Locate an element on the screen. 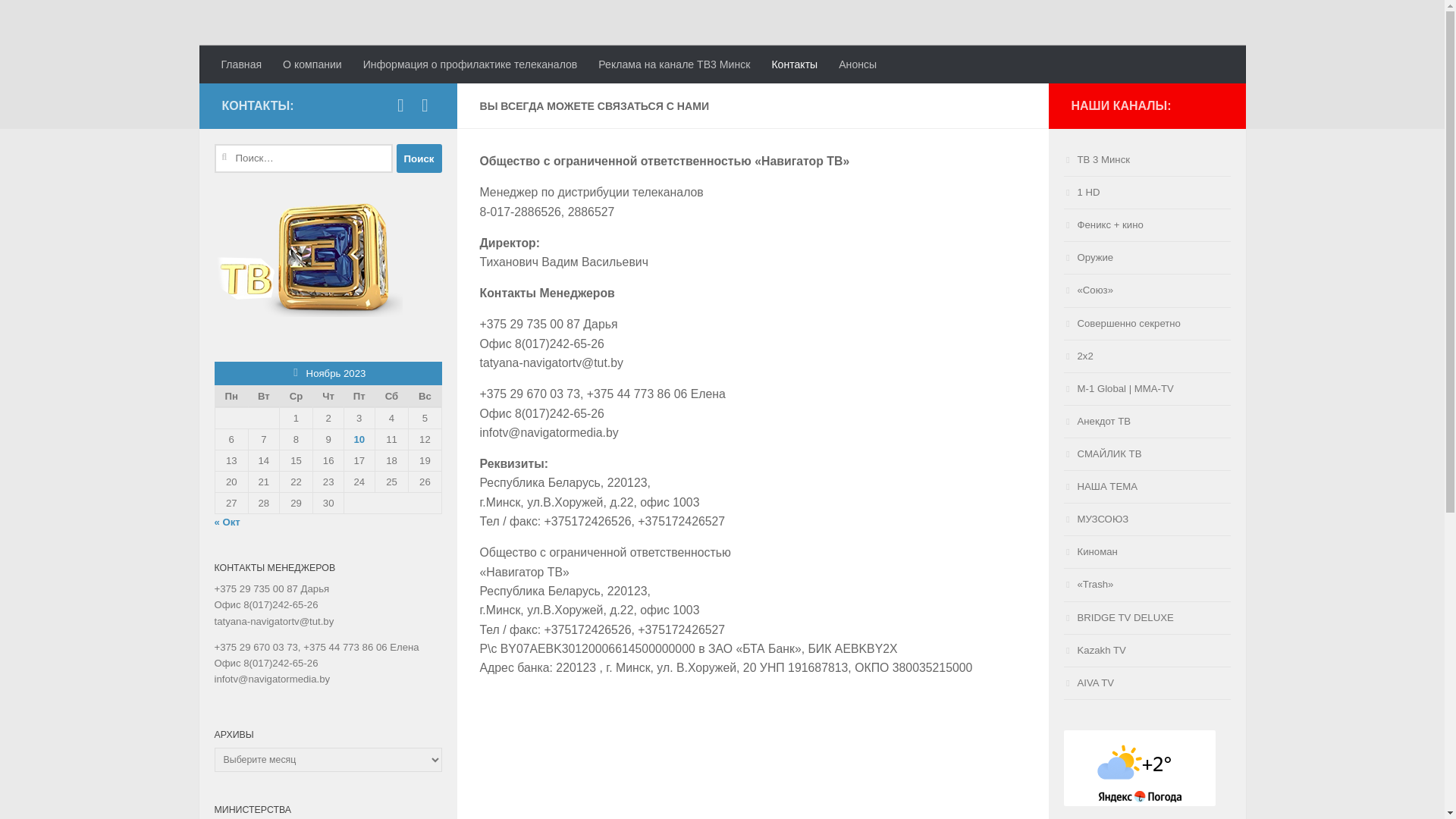 This screenshot has width=1456, height=819. '10' is located at coordinates (358, 439).